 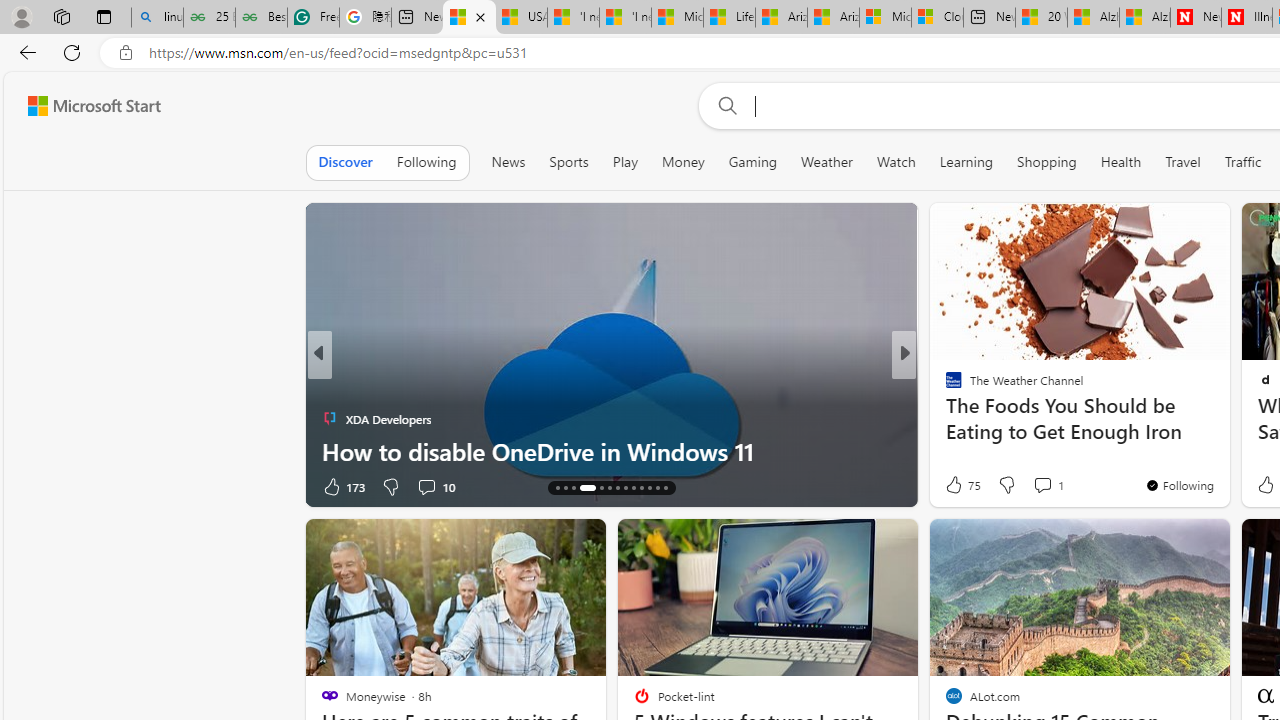 What do you see at coordinates (329, 418) in the screenshot?
I see `'XDA Developers'` at bounding box center [329, 418].